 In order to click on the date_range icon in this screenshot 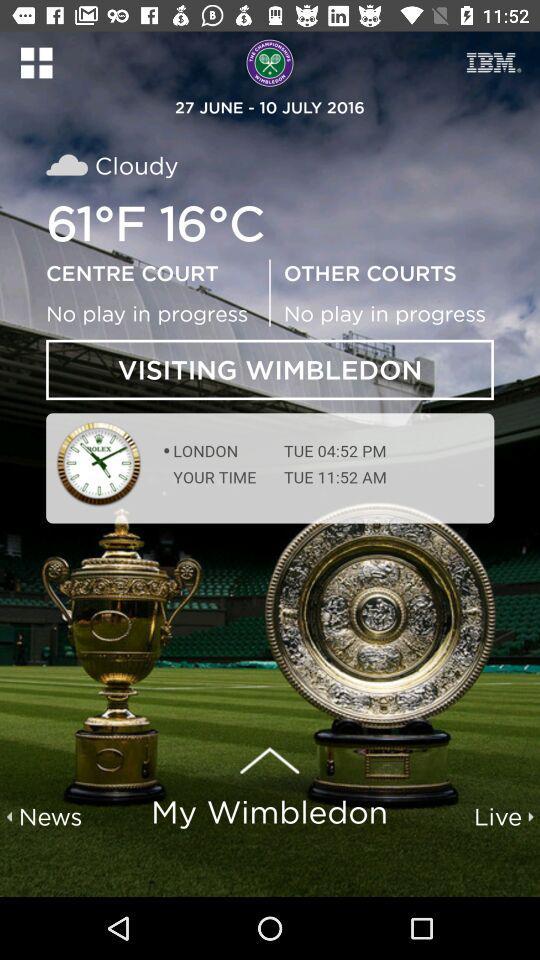, I will do `click(493, 62)`.